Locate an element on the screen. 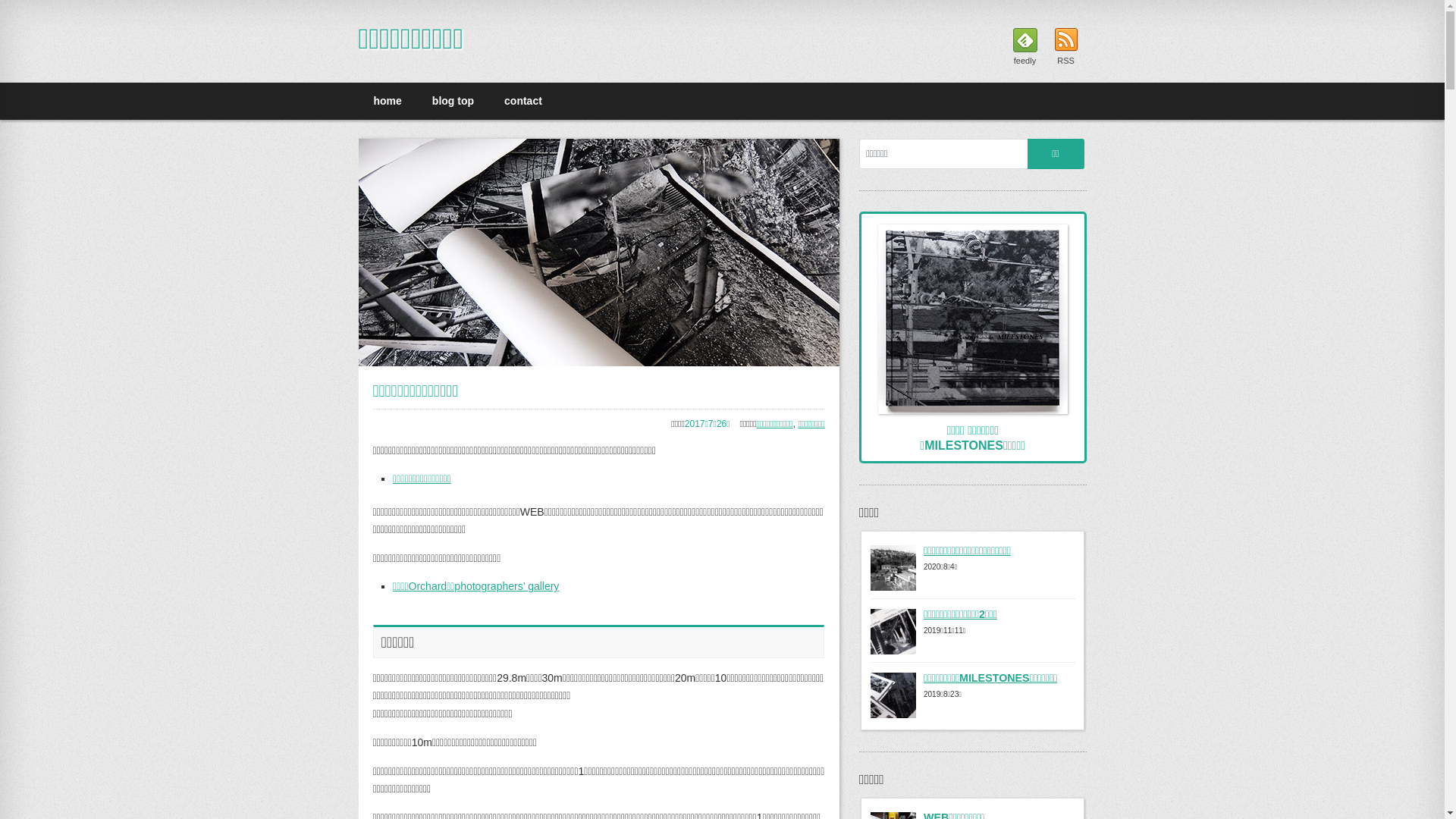 This screenshot has width=1456, height=819. 'RSS' is located at coordinates (1065, 46).